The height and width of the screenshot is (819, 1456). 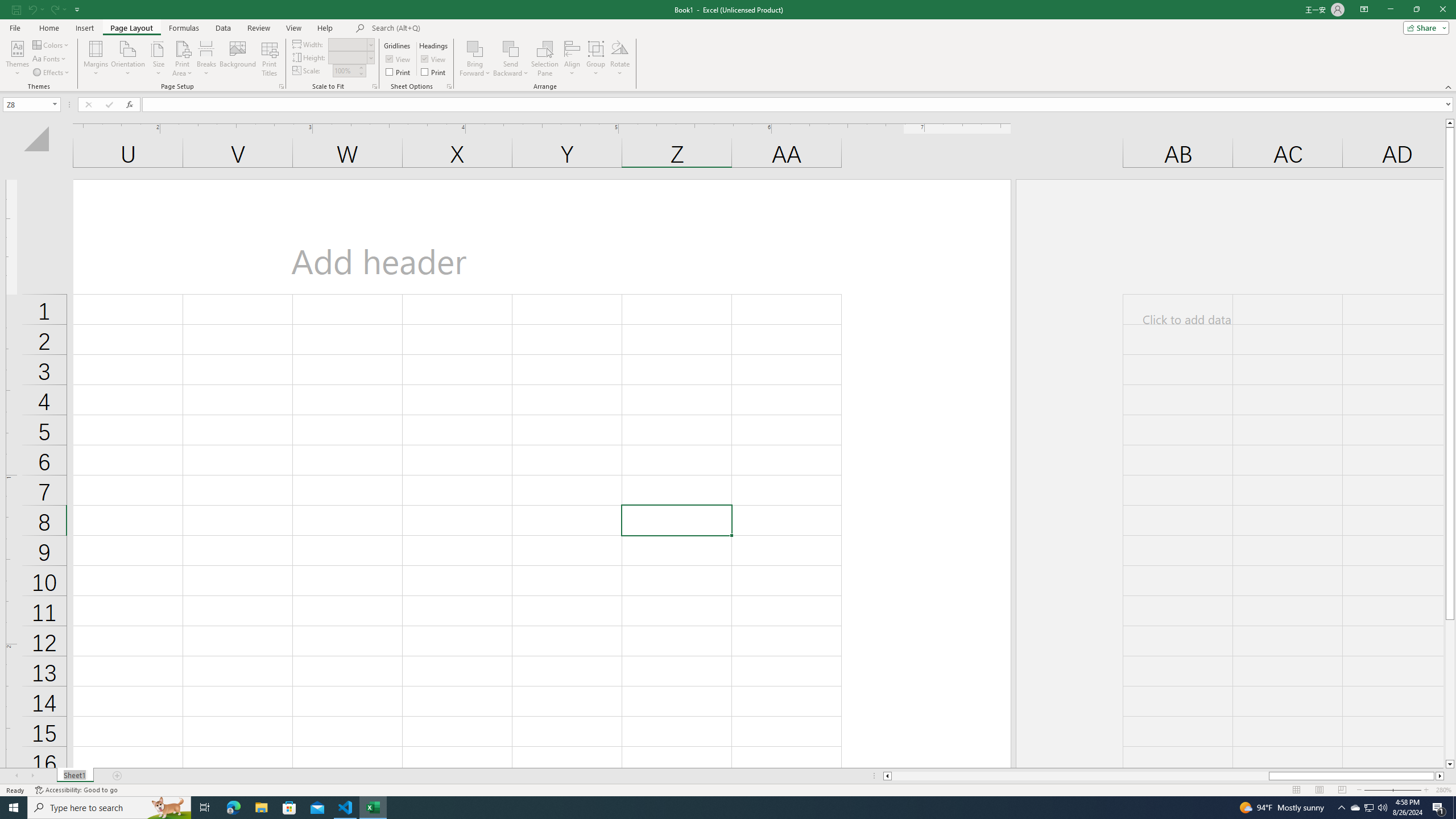 I want to click on 'Print Titles', so click(x=268, y=59).